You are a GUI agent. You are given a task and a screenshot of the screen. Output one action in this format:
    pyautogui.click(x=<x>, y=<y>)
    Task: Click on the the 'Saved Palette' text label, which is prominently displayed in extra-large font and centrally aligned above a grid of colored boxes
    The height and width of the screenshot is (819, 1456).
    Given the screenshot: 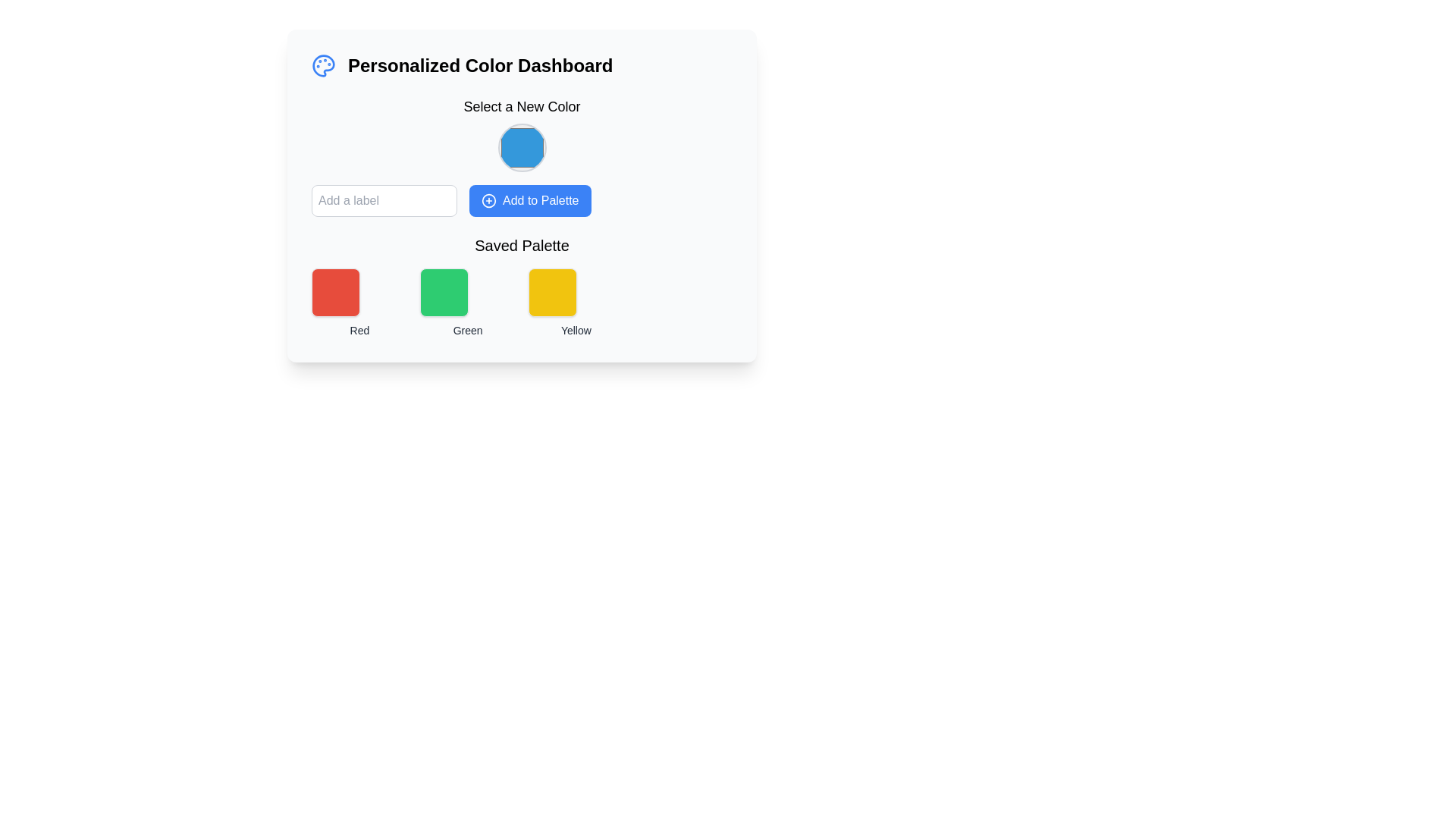 What is the action you would take?
    pyautogui.click(x=522, y=245)
    